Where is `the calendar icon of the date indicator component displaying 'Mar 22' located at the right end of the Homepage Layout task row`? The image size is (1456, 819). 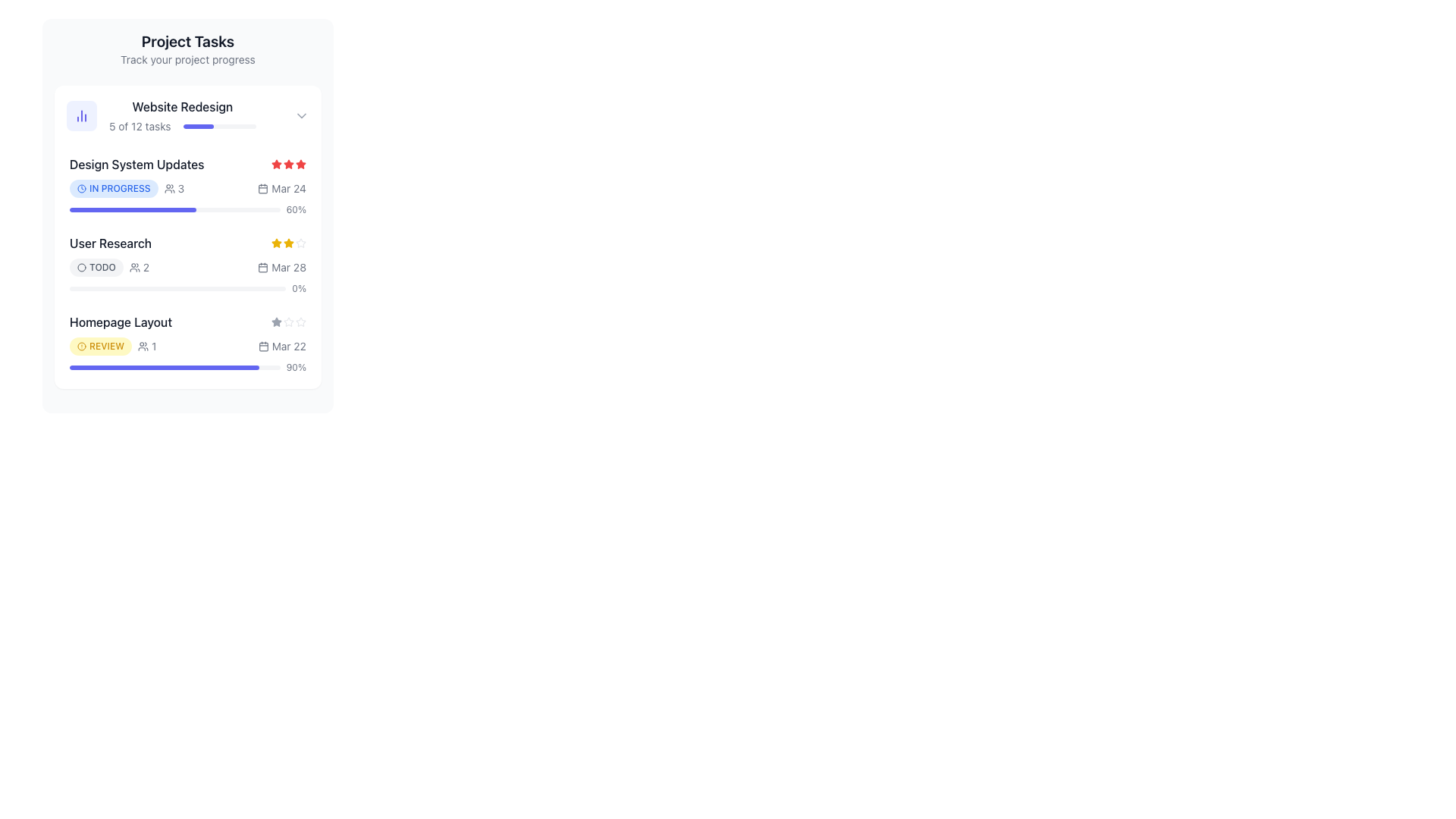
the calendar icon of the date indicator component displaying 'Mar 22' located at the right end of the Homepage Layout task row is located at coordinates (282, 346).